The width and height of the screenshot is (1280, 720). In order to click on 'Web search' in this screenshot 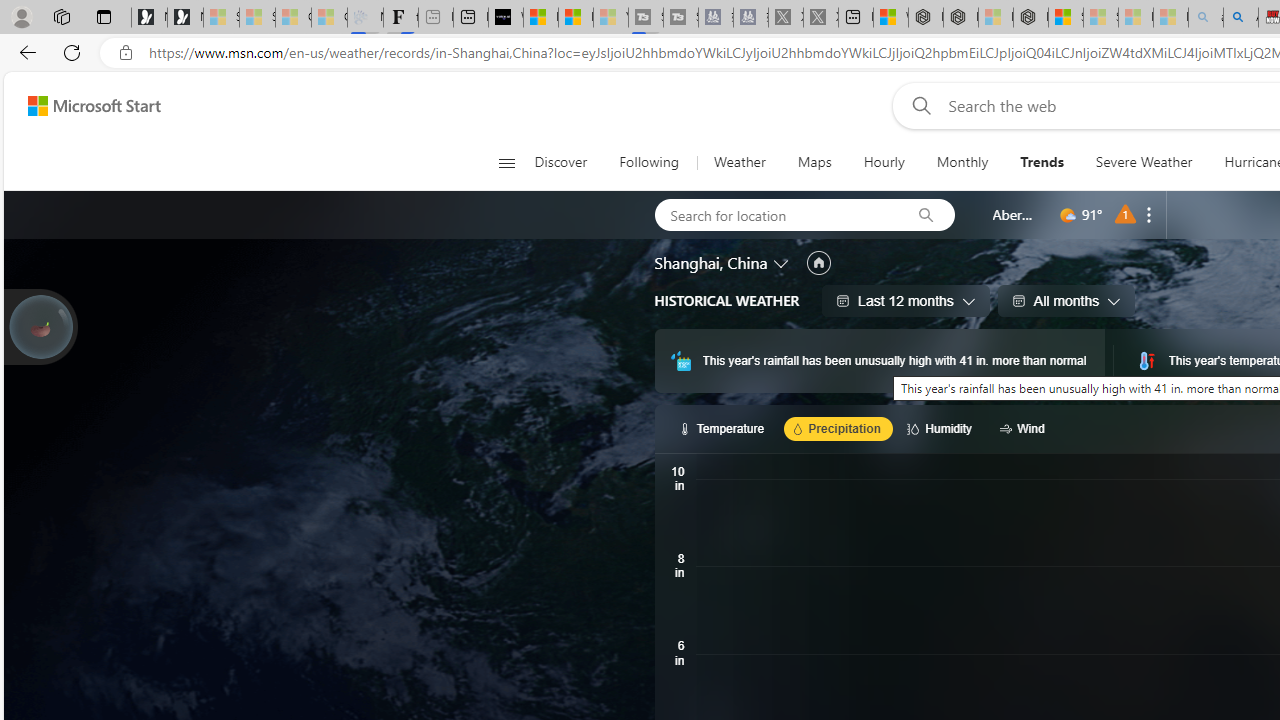, I will do `click(916, 105)`.